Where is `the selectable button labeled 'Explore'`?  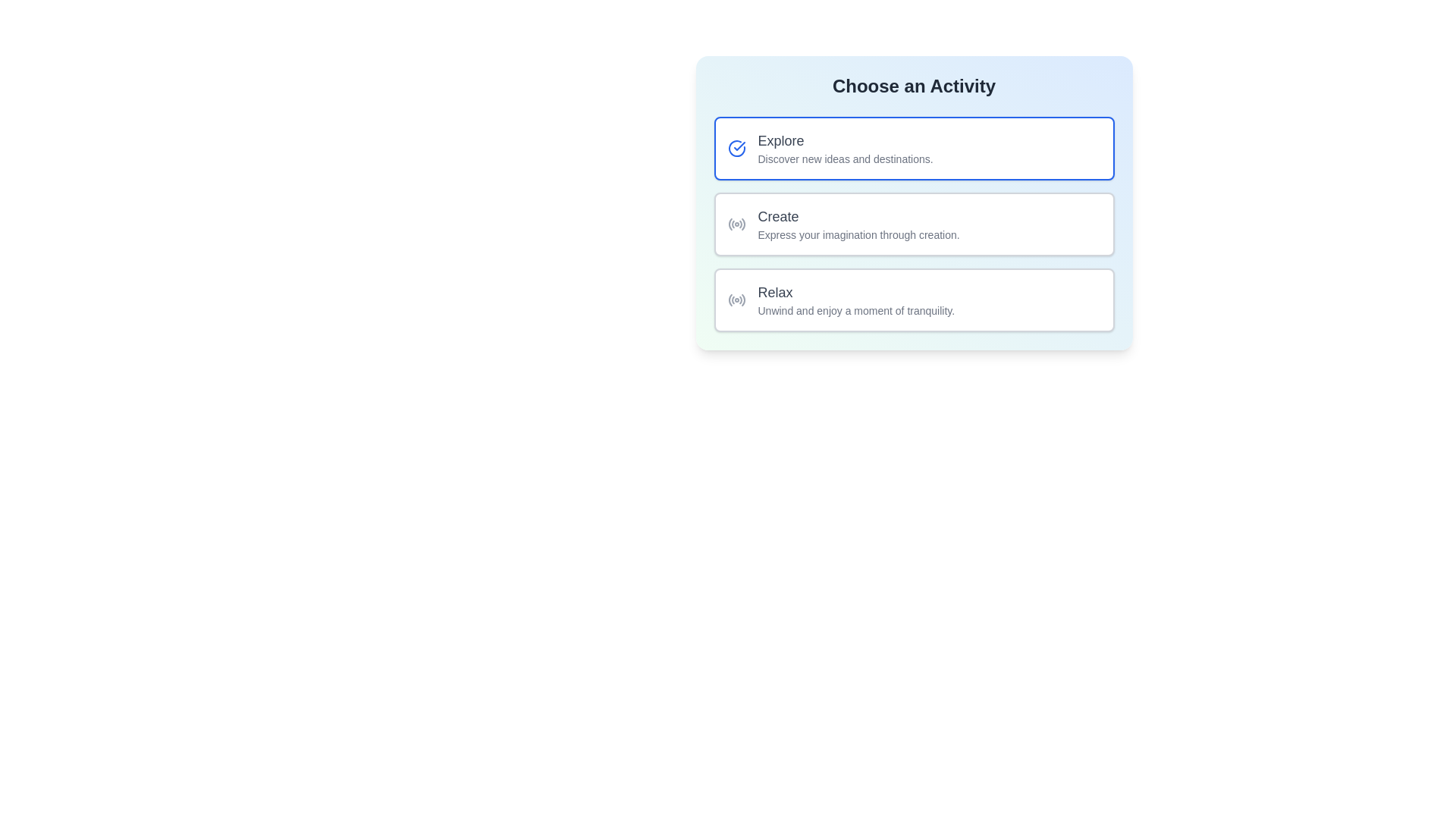
the selectable button labeled 'Explore' is located at coordinates (913, 149).